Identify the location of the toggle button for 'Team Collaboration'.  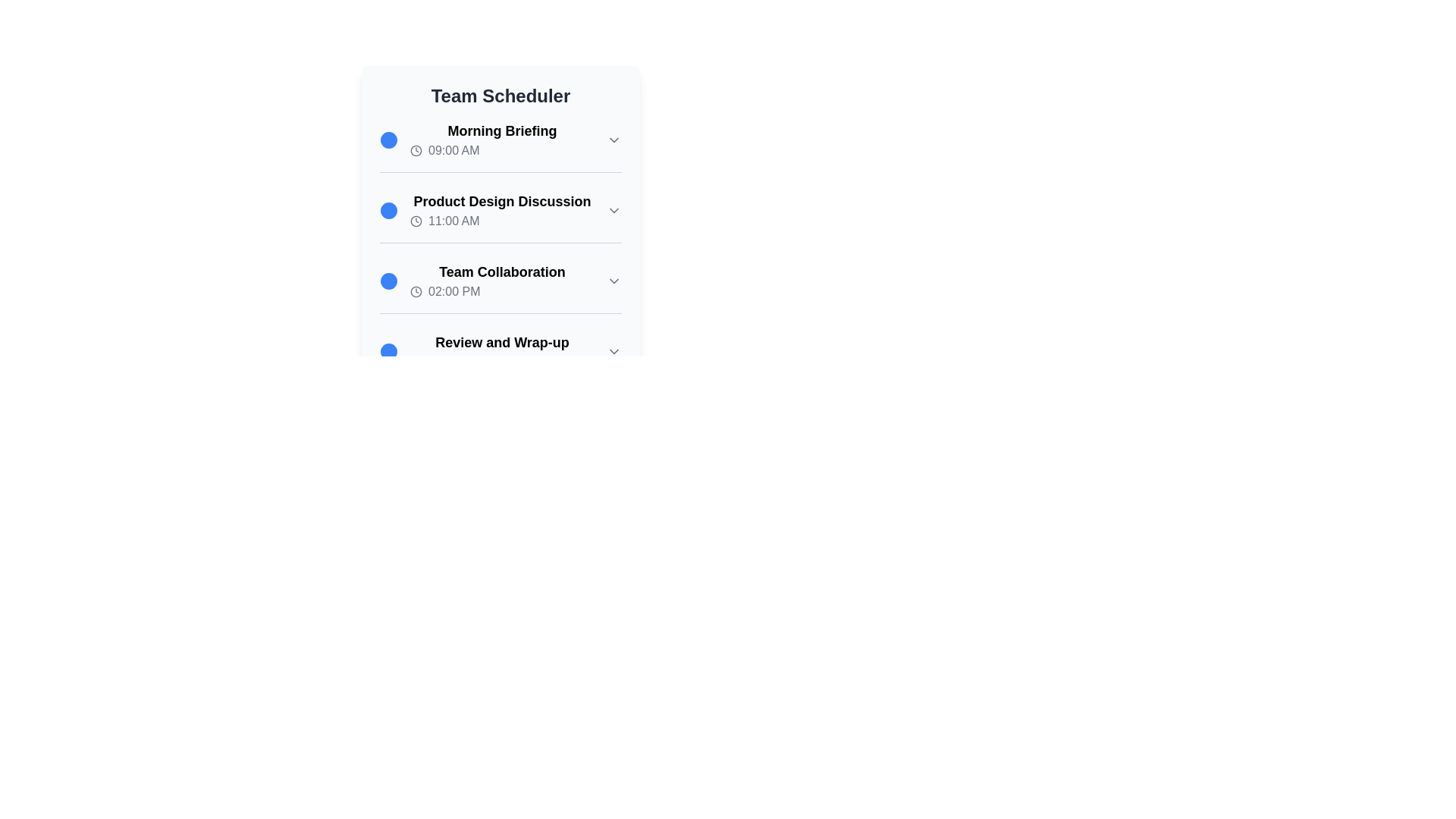
(614, 281).